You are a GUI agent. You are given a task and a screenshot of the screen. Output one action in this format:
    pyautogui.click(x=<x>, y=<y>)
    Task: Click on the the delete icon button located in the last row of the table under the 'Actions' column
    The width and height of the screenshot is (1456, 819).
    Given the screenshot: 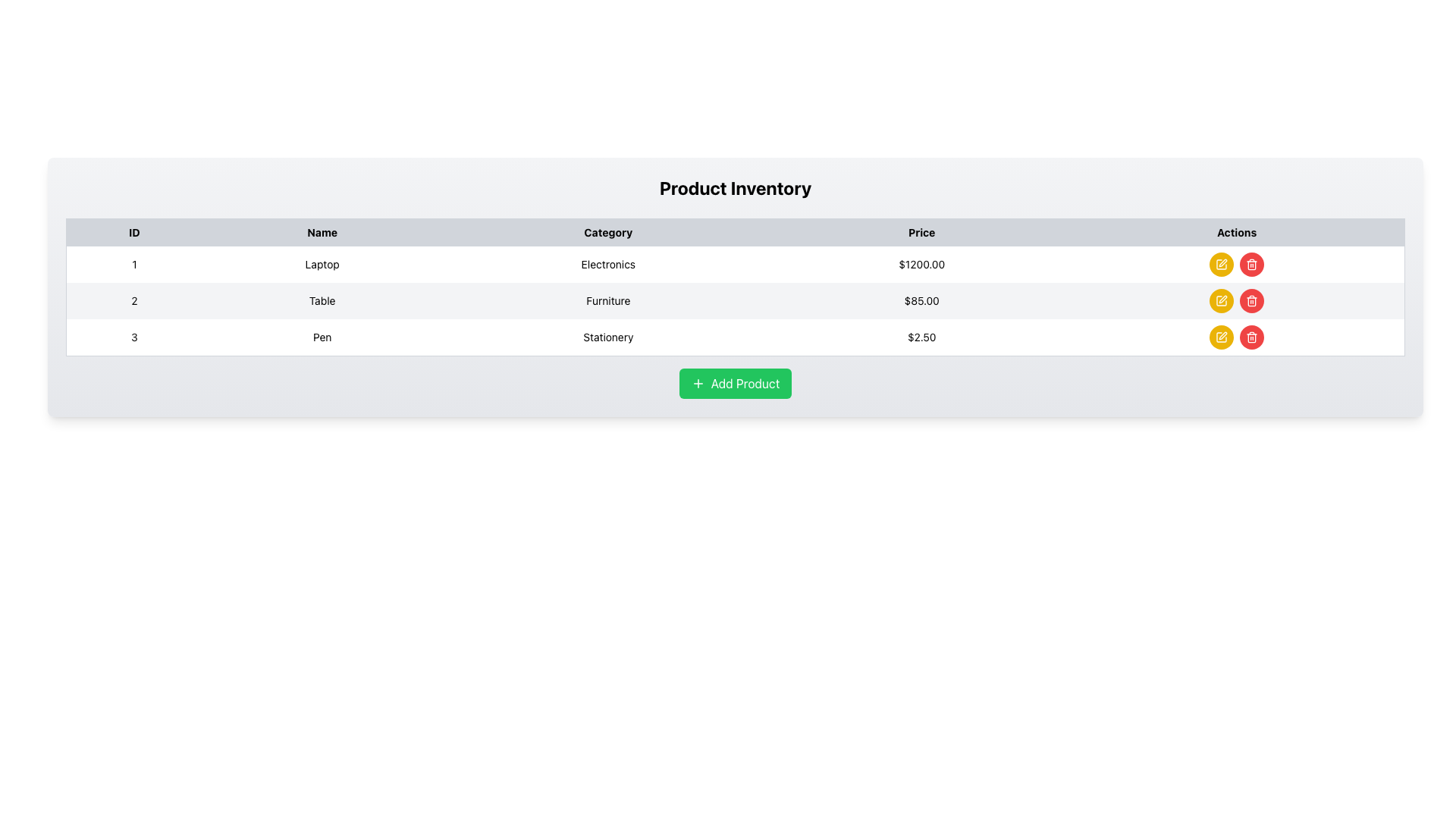 What is the action you would take?
    pyautogui.click(x=1252, y=301)
    